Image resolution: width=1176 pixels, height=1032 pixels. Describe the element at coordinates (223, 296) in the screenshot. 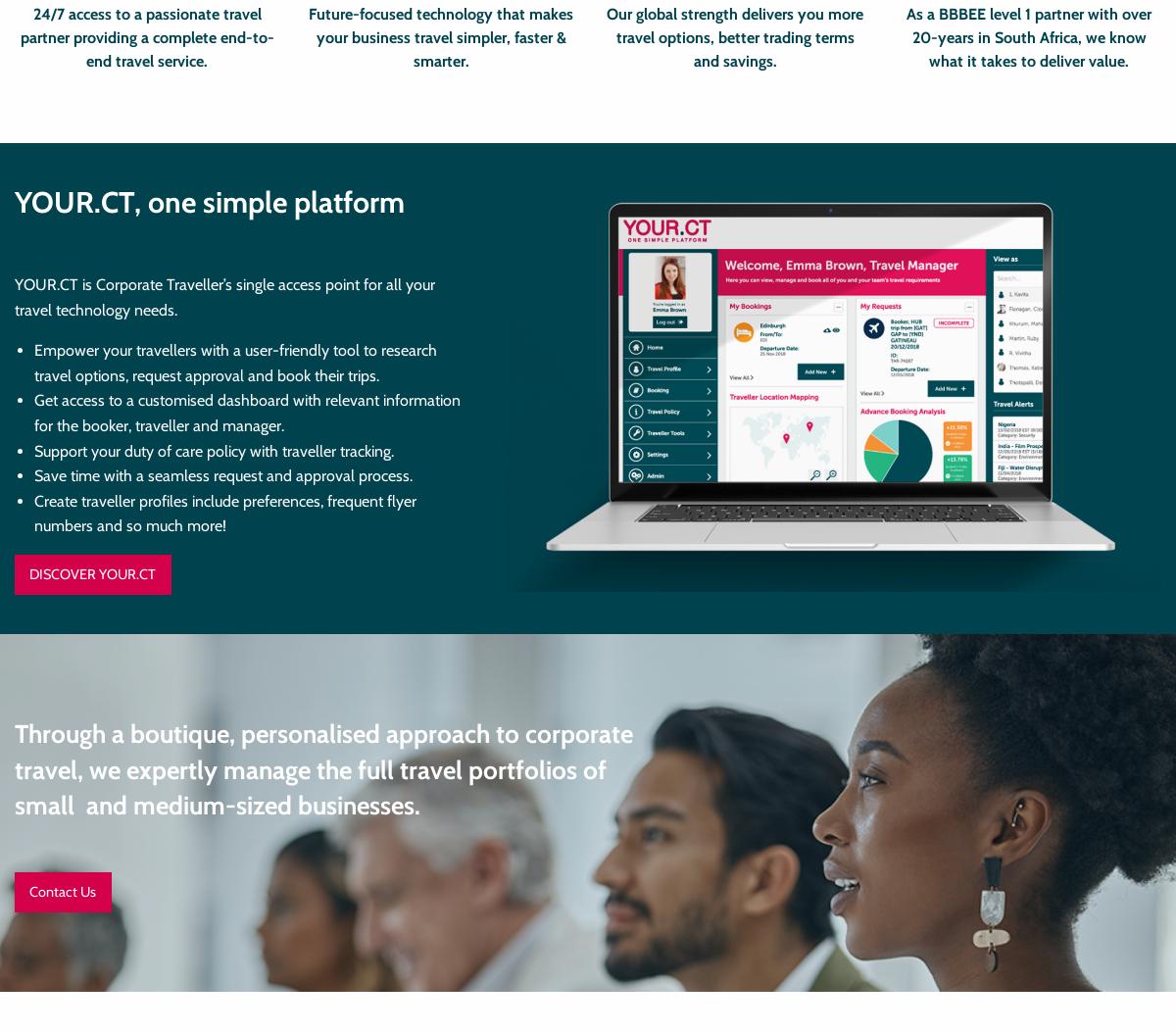

I see `'YOUR.CT is Corporate Traveller’s single access point for all your travel technology needs.'` at that location.